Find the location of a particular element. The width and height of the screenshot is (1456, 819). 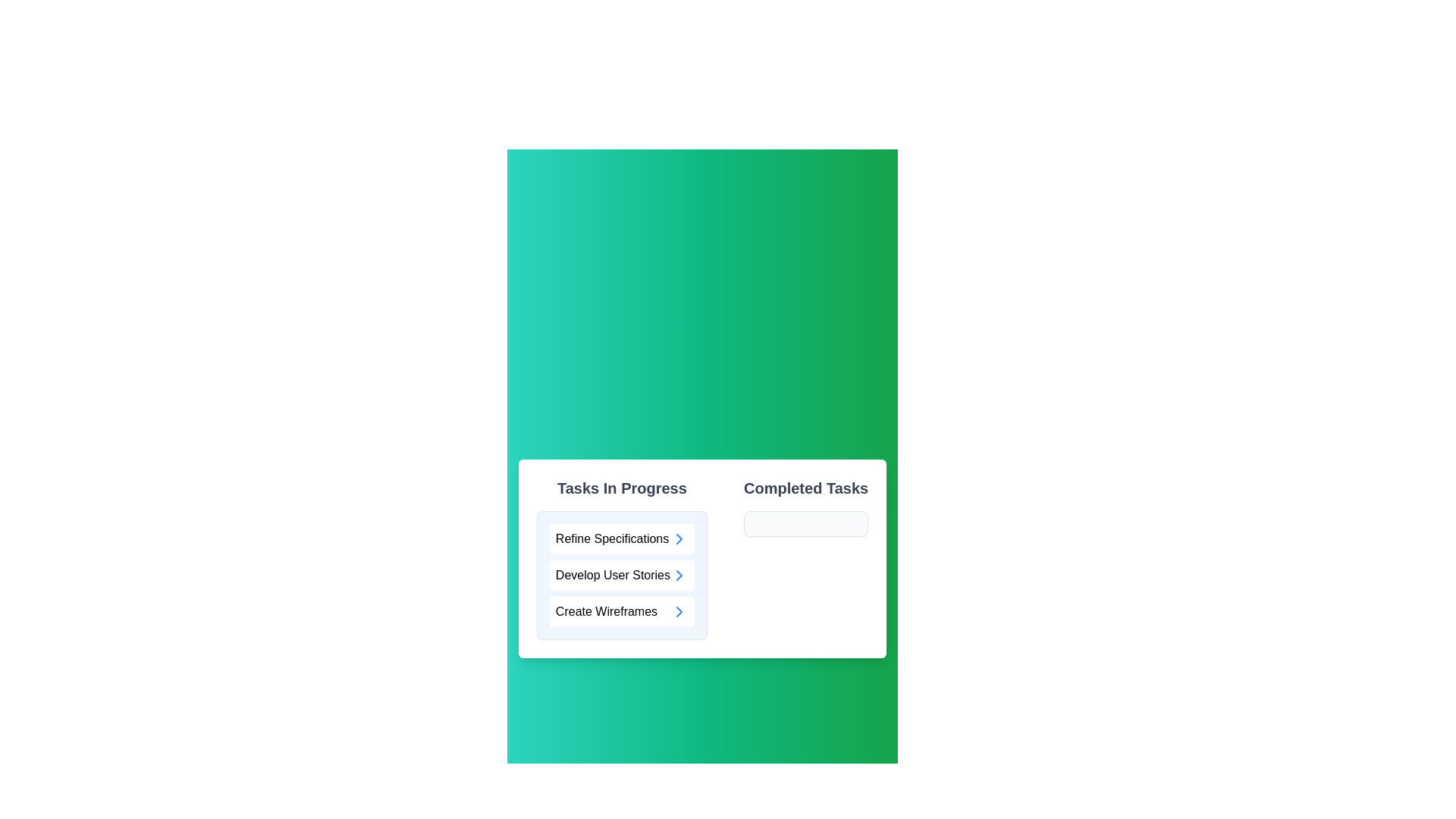

arrow icon next to the task 'Develop User Stories' in the 'Tasks In Progress' list to move it to 'Completed Tasks' is located at coordinates (679, 576).